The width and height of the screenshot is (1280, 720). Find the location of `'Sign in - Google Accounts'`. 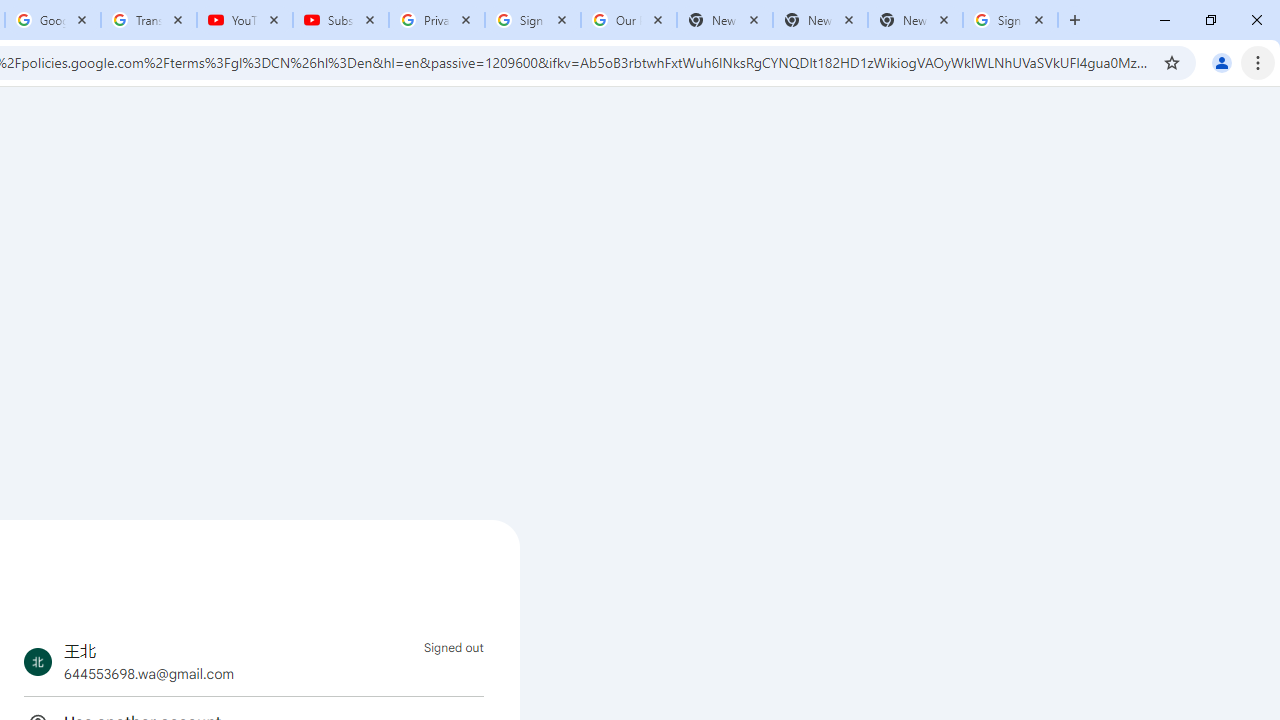

'Sign in - Google Accounts' is located at coordinates (533, 20).